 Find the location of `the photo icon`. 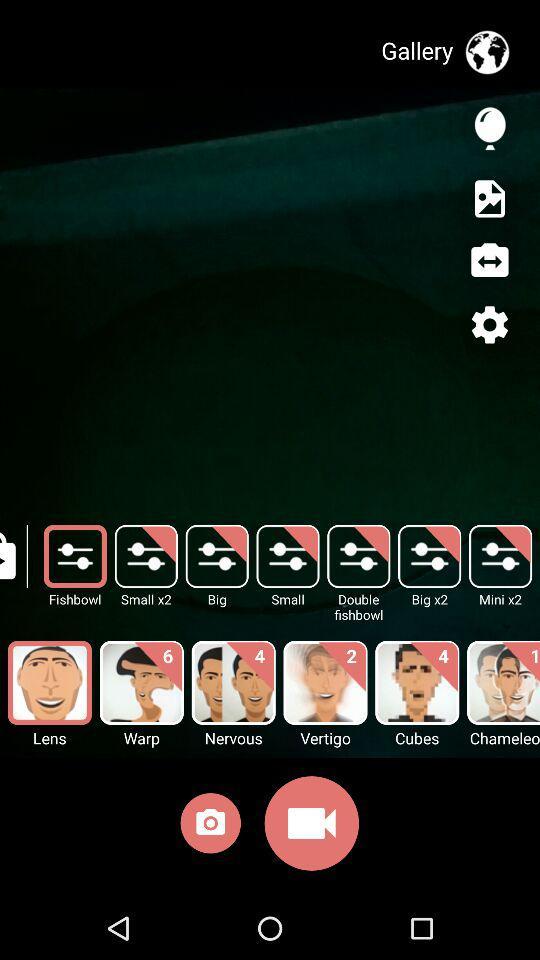

the photo icon is located at coordinates (209, 827).